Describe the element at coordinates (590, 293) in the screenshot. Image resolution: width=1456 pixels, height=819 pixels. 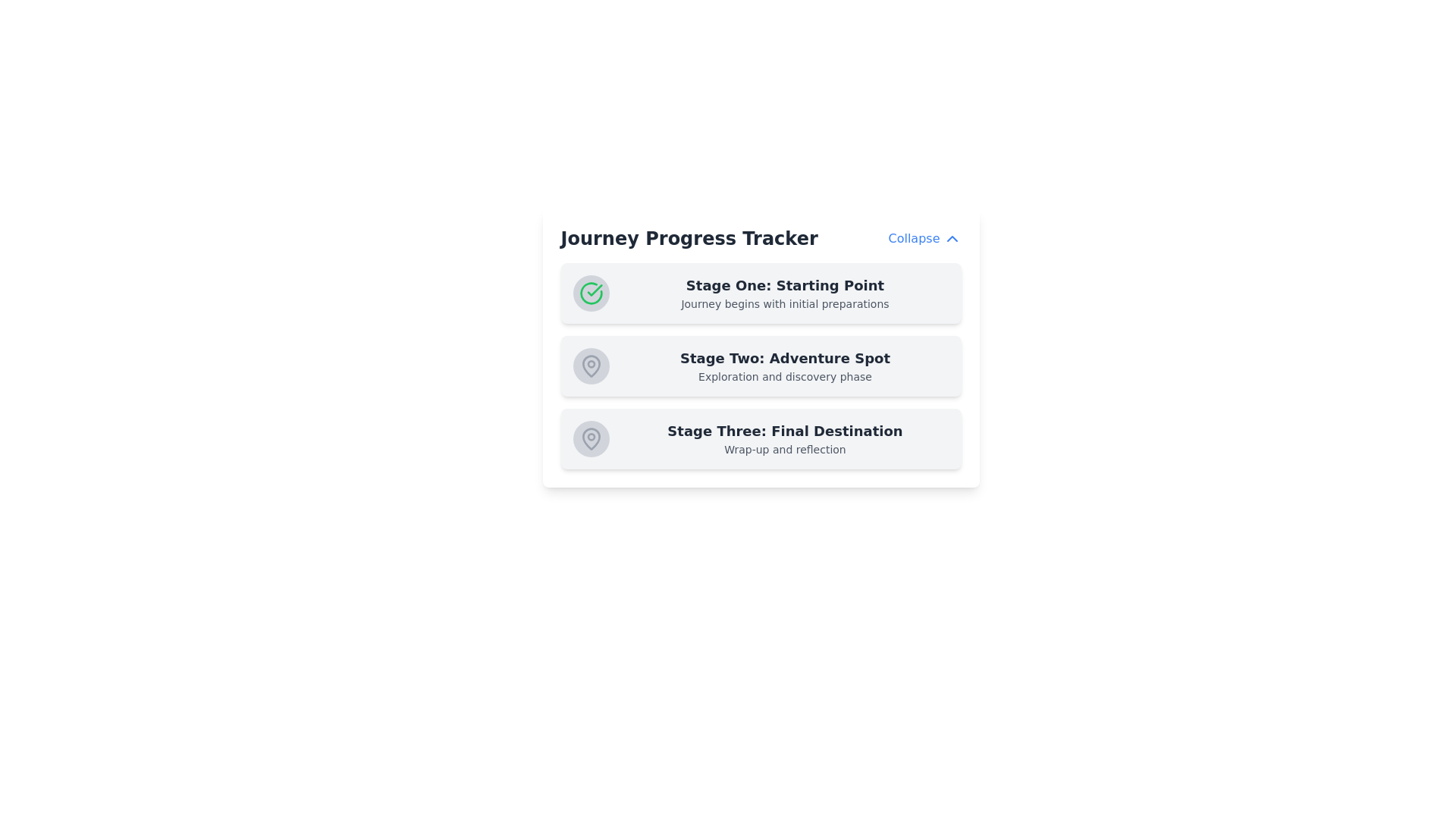
I see `the circular icon with a green outline and checkmark in the 'Journey Progress Tracker' section, located to the left of 'Stage One: Starting Point'` at that location.